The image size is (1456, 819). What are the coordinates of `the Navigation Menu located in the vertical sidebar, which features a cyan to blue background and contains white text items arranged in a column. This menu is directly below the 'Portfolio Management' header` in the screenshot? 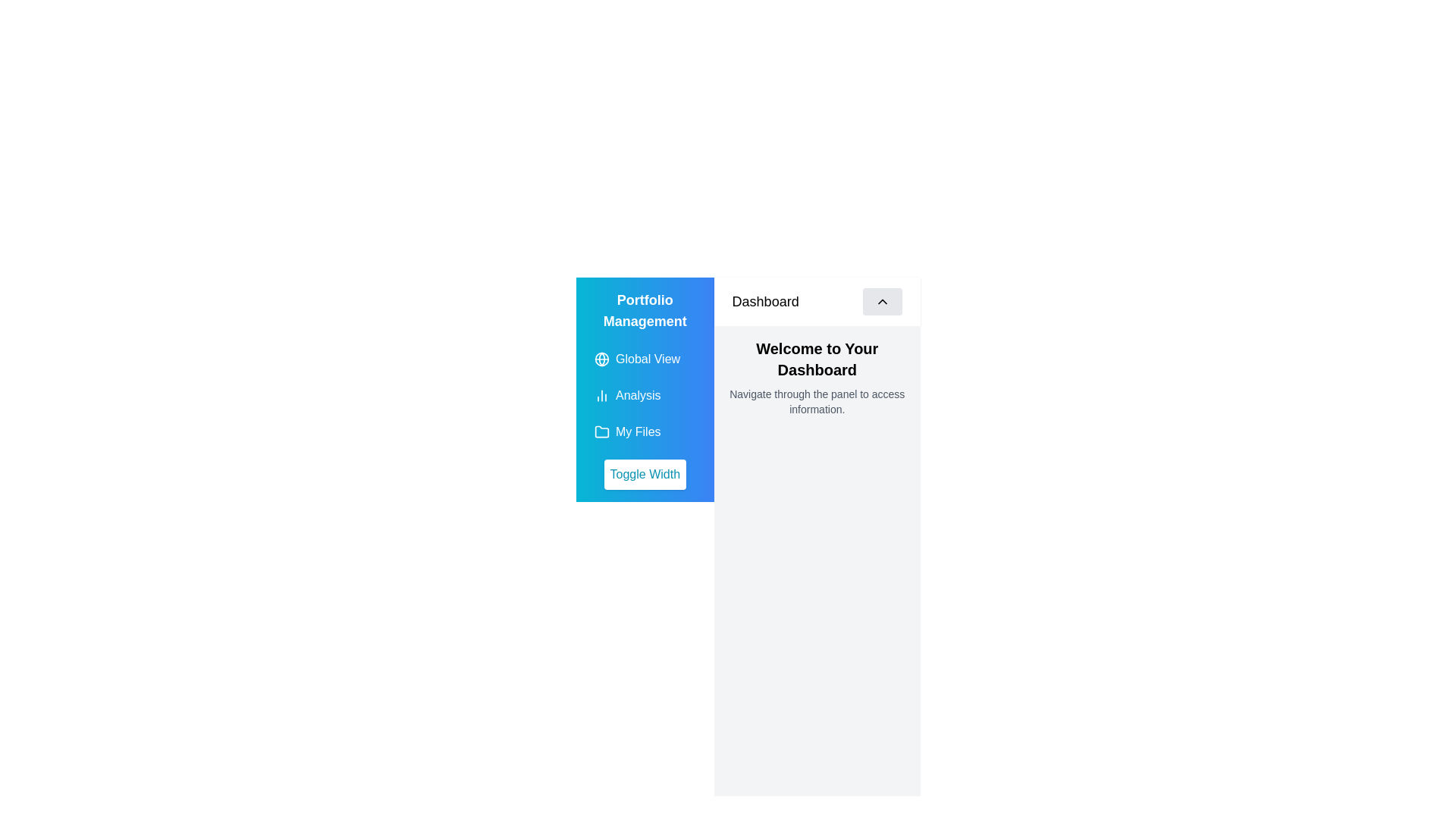 It's located at (645, 388).